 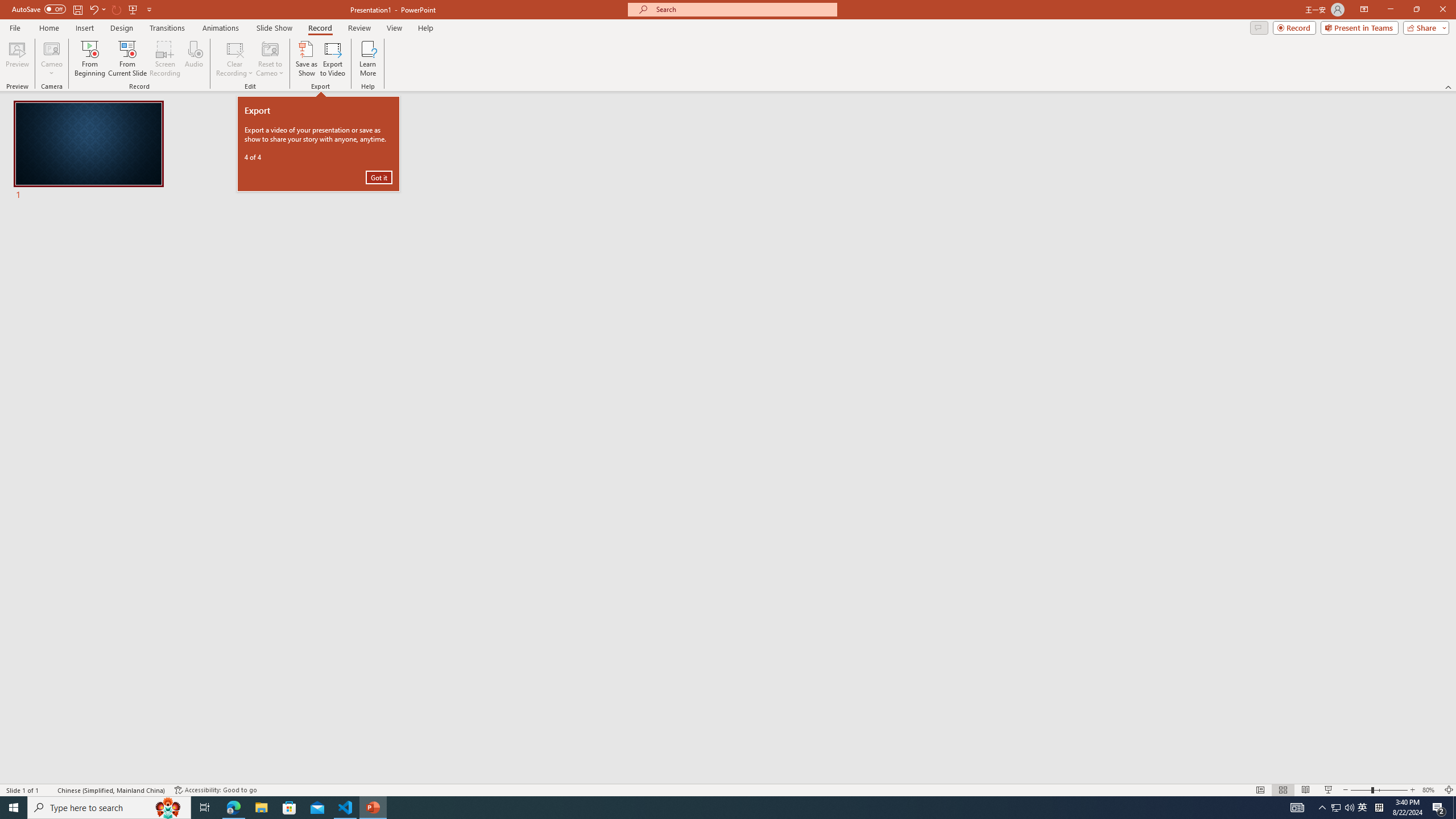 What do you see at coordinates (204, 806) in the screenshot?
I see `'Task View'` at bounding box center [204, 806].